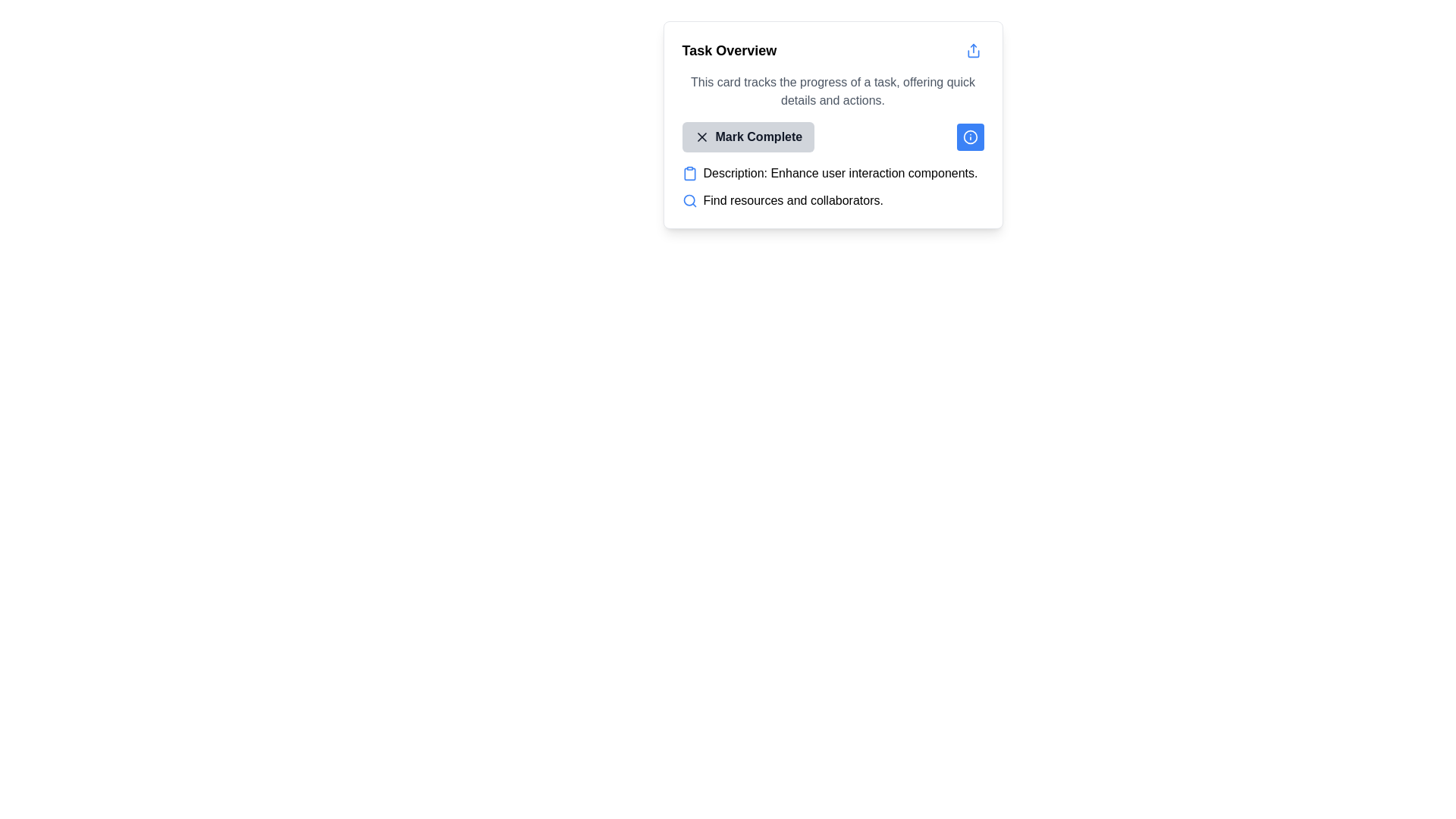 Image resolution: width=1456 pixels, height=819 pixels. I want to click on the share icon button located in the top-right corner of the 'Task Overview' card to invoke the share functionality, so click(973, 49).